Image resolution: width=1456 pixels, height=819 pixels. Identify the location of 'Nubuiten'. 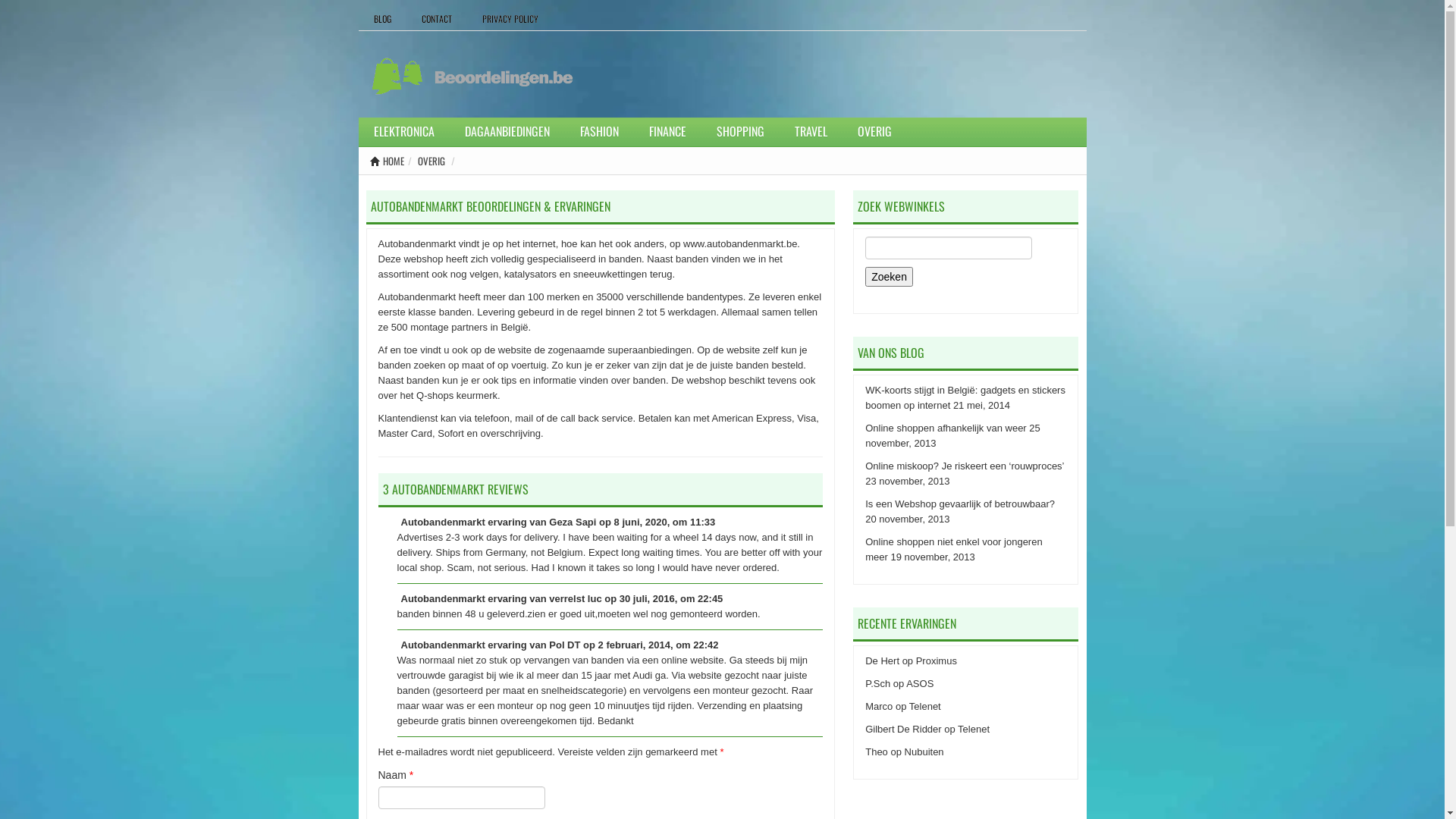
(924, 752).